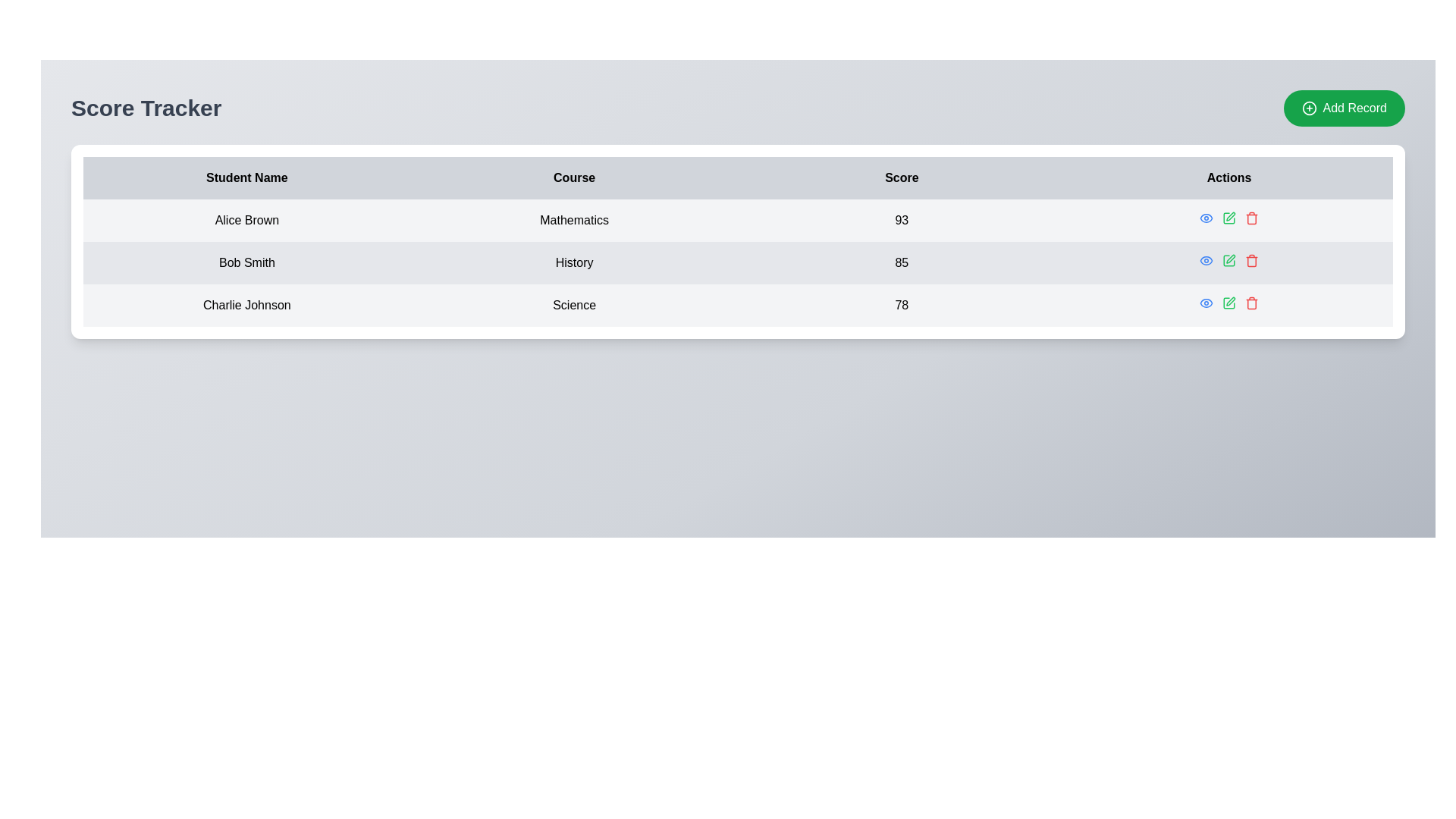 The height and width of the screenshot is (819, 1456). I want to click on the SVG Circle that forms part of the 'Add Record' button in the top-right corner of the interface, which features a plus sign inside a thin circular outline, so click(1308, 107).